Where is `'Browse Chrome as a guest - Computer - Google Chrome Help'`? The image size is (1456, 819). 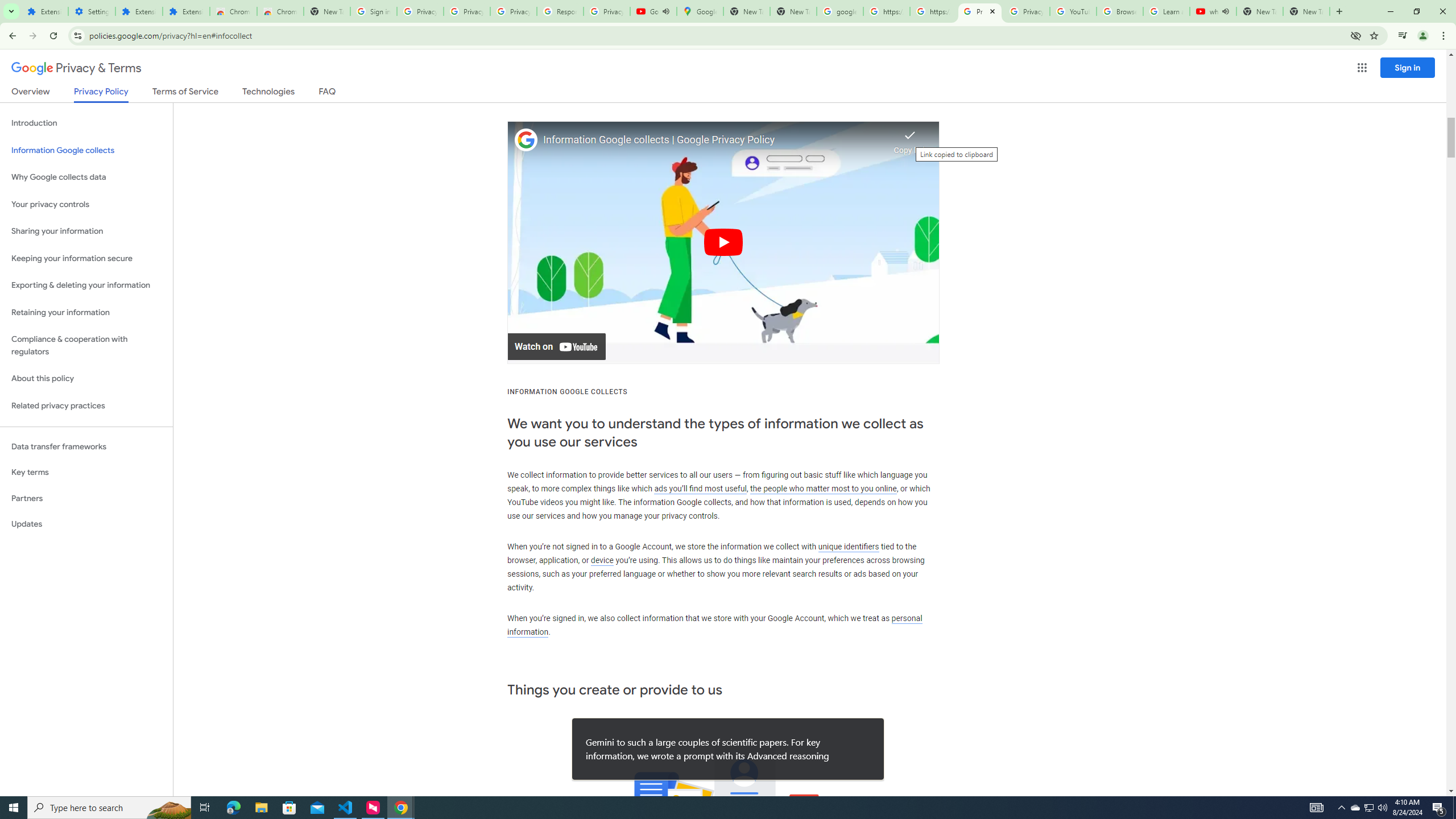
'Browse Chrome as a guest - Computer - Google Chrome Help' is located at coordinates (1119, 11).